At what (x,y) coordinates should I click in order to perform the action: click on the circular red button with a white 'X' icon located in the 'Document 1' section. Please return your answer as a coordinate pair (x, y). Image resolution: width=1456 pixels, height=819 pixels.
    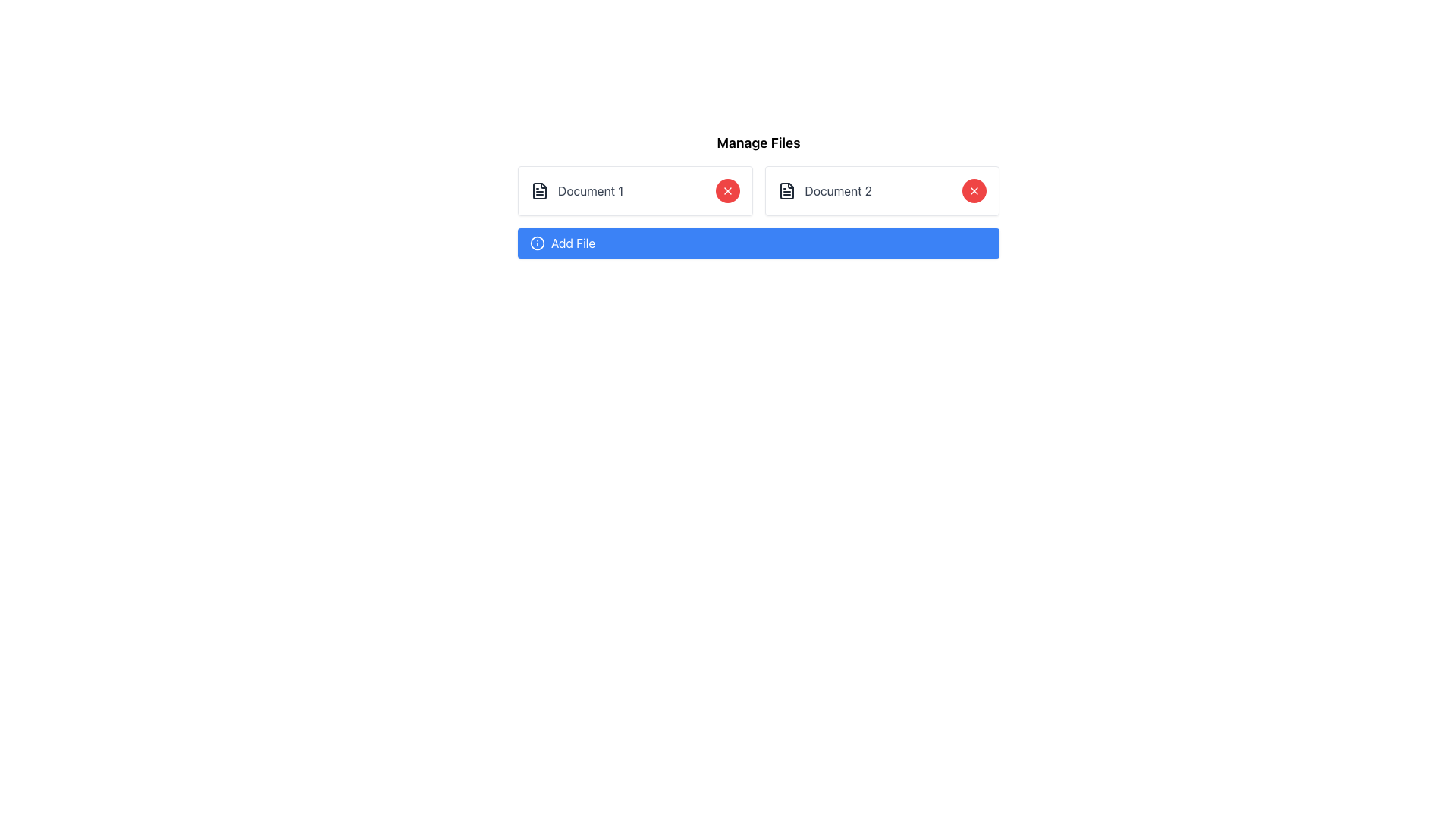
    Looking at the image, I should click on (726, 190).